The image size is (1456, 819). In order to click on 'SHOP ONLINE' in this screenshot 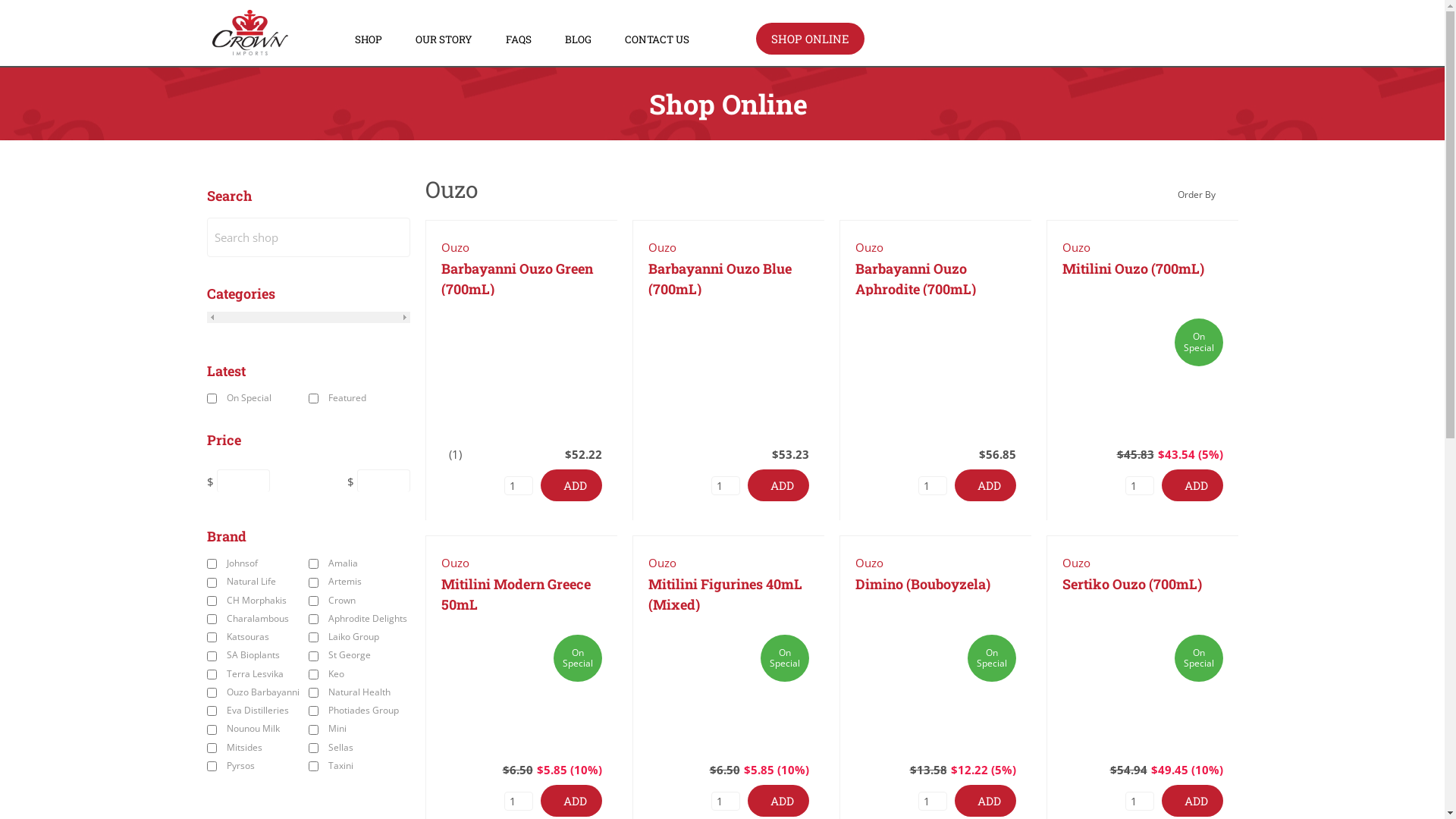, I will do `click(756, 38)`.